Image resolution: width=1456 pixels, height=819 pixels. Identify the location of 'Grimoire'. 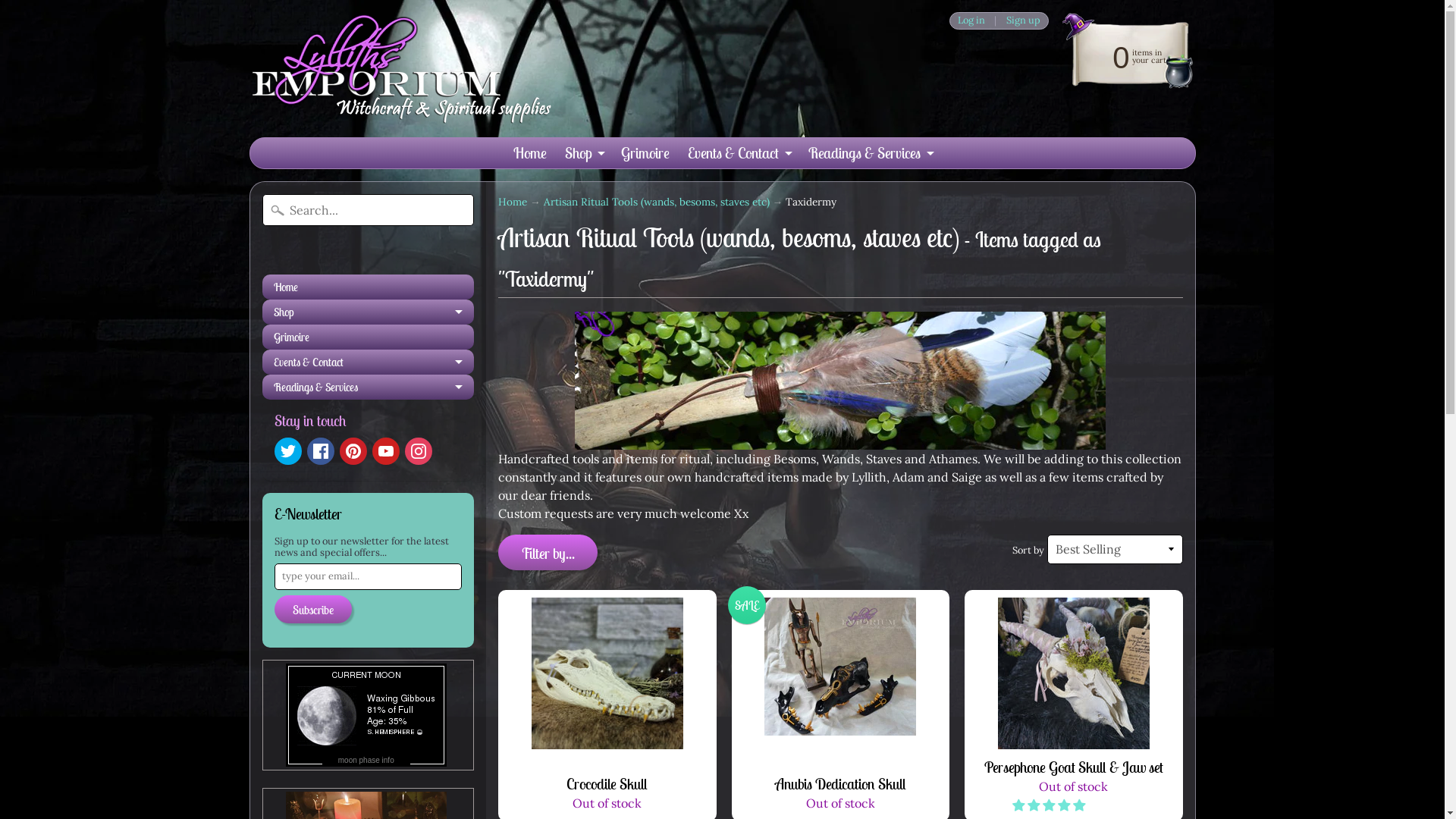
(644, 152).